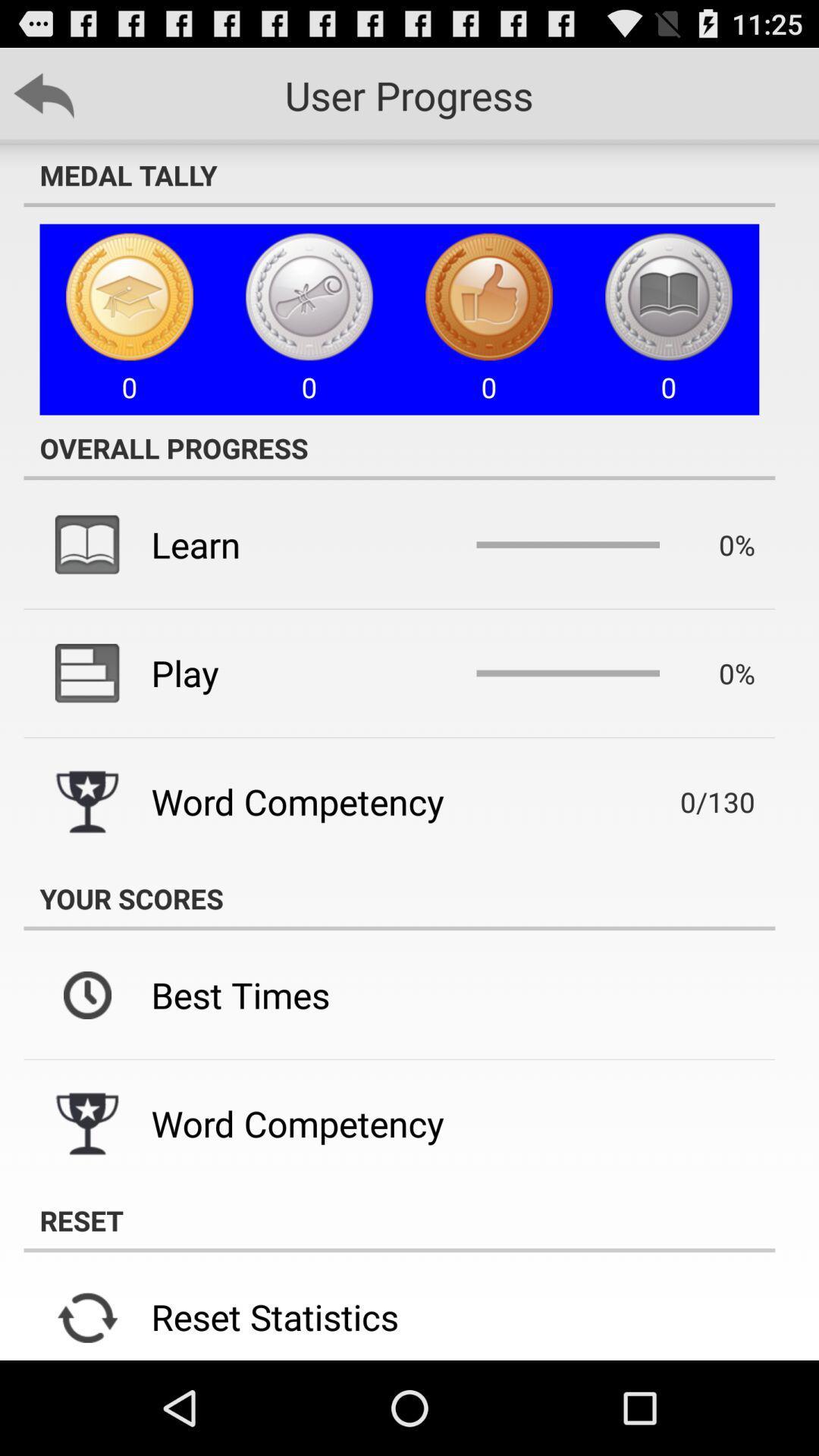 The image size is (819, 1456). Describe the element at coordinates (184, 672) in the screenshot. I see `item below learn item` at that location.